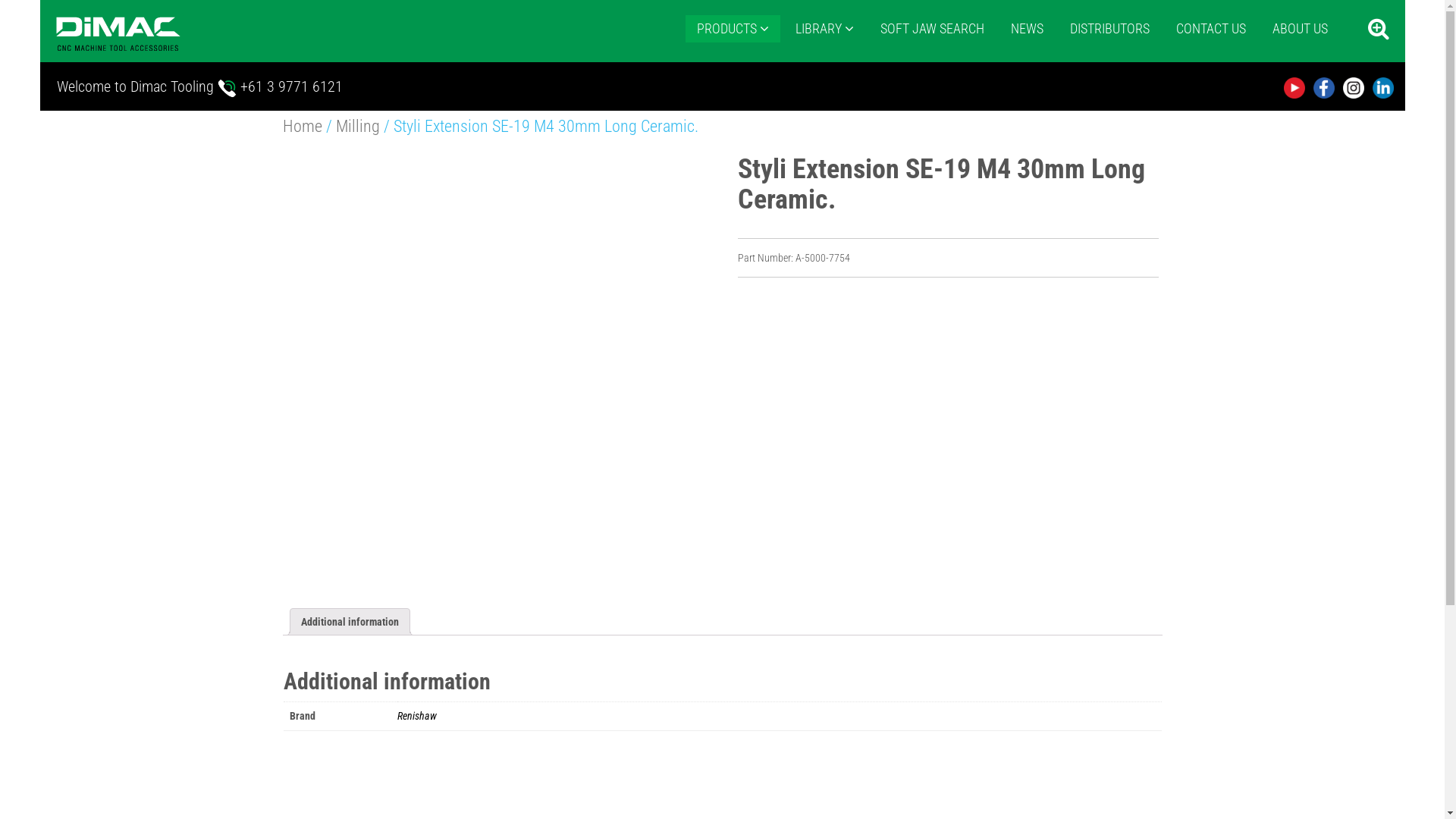 The height and width of the screenshot is (819, 1456). Describe the element at coordinates (1109, 29) in the screenshot. I see `'DISTRIBUTORS'` at that location.